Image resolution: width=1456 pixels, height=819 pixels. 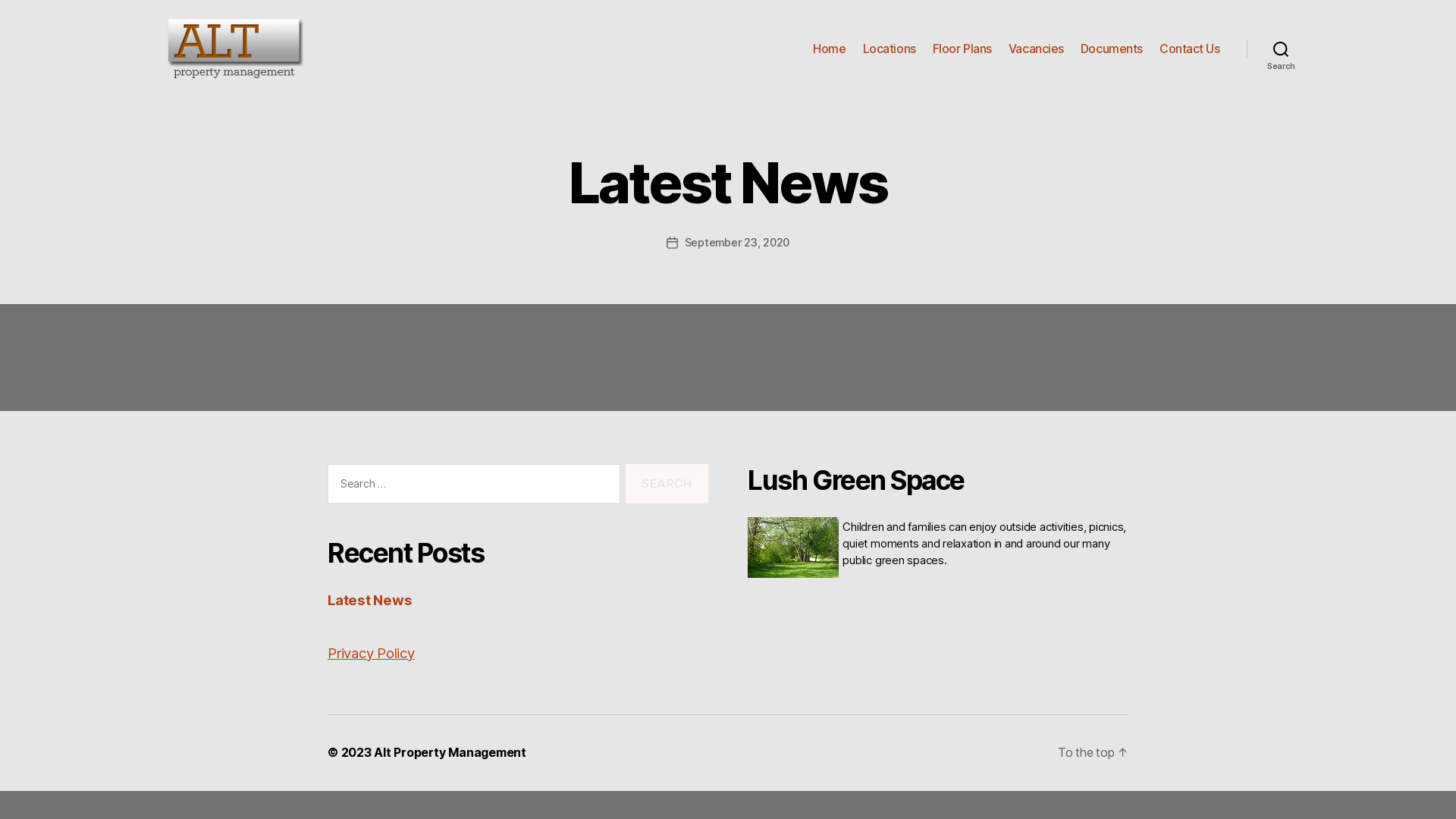 What do you see at coordinates (736, 241) in the screenshot?
I see `'September 23, 2020'` at bounding box center [736, 241].